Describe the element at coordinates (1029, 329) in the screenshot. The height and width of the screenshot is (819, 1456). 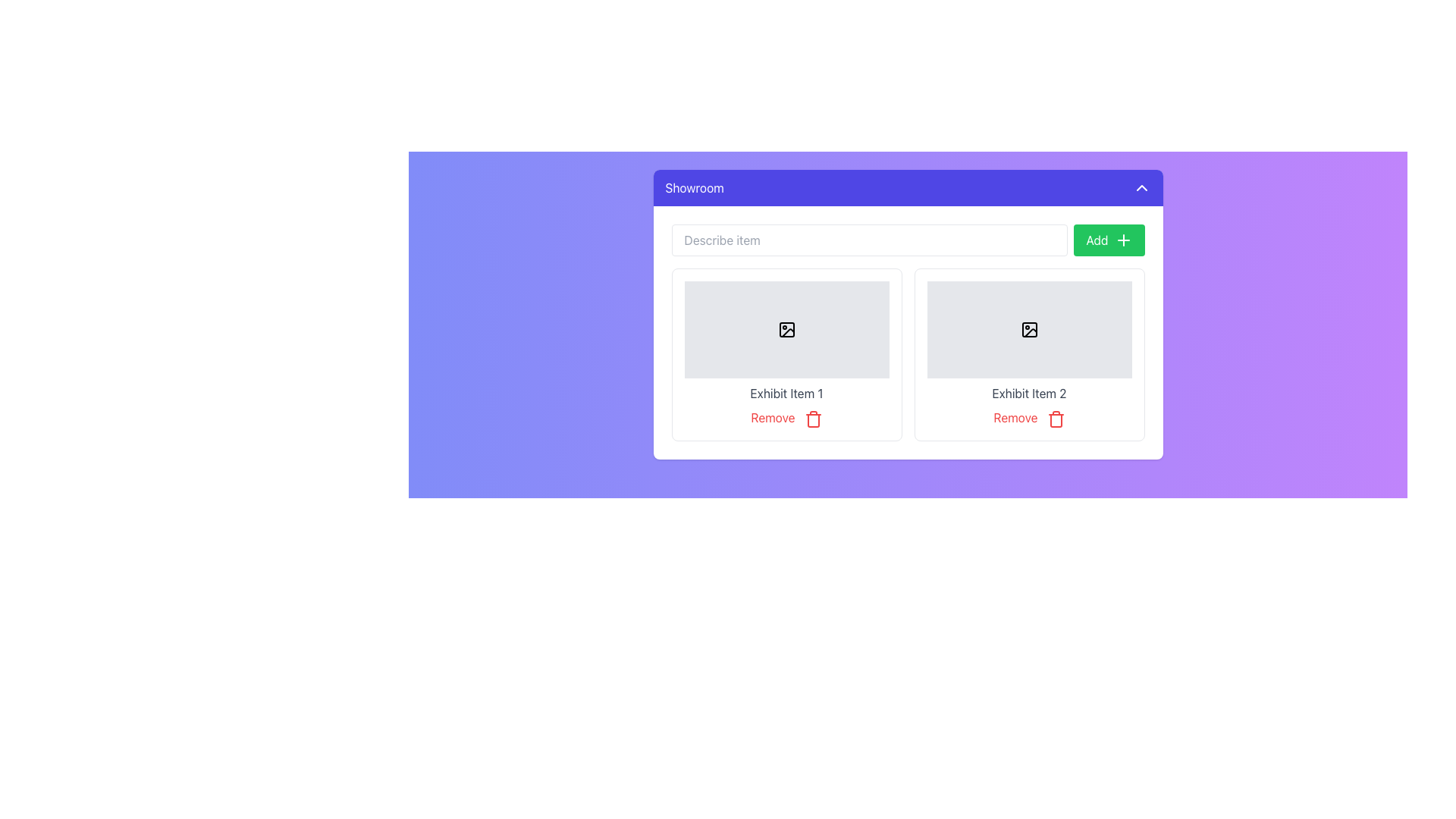
I see `the landscape icon, which is styled as a 2D line drawing with a circle and slanted line, located in the second column under the 'Exhibit Item 2' heading` at that location.